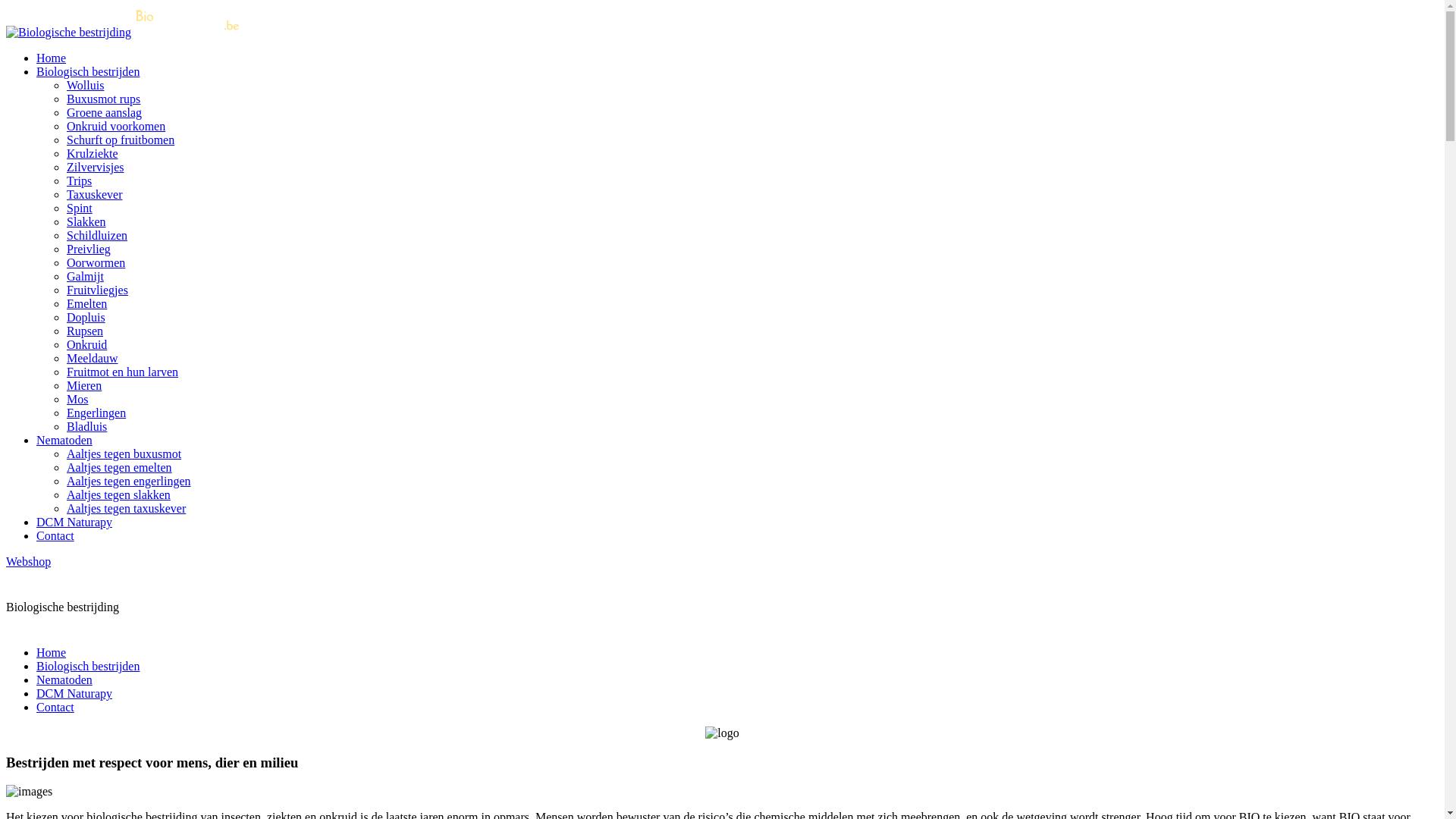 This screenshot has width=1456, height=819. I want to click on 'Groene aanslag', so click(103, 111).